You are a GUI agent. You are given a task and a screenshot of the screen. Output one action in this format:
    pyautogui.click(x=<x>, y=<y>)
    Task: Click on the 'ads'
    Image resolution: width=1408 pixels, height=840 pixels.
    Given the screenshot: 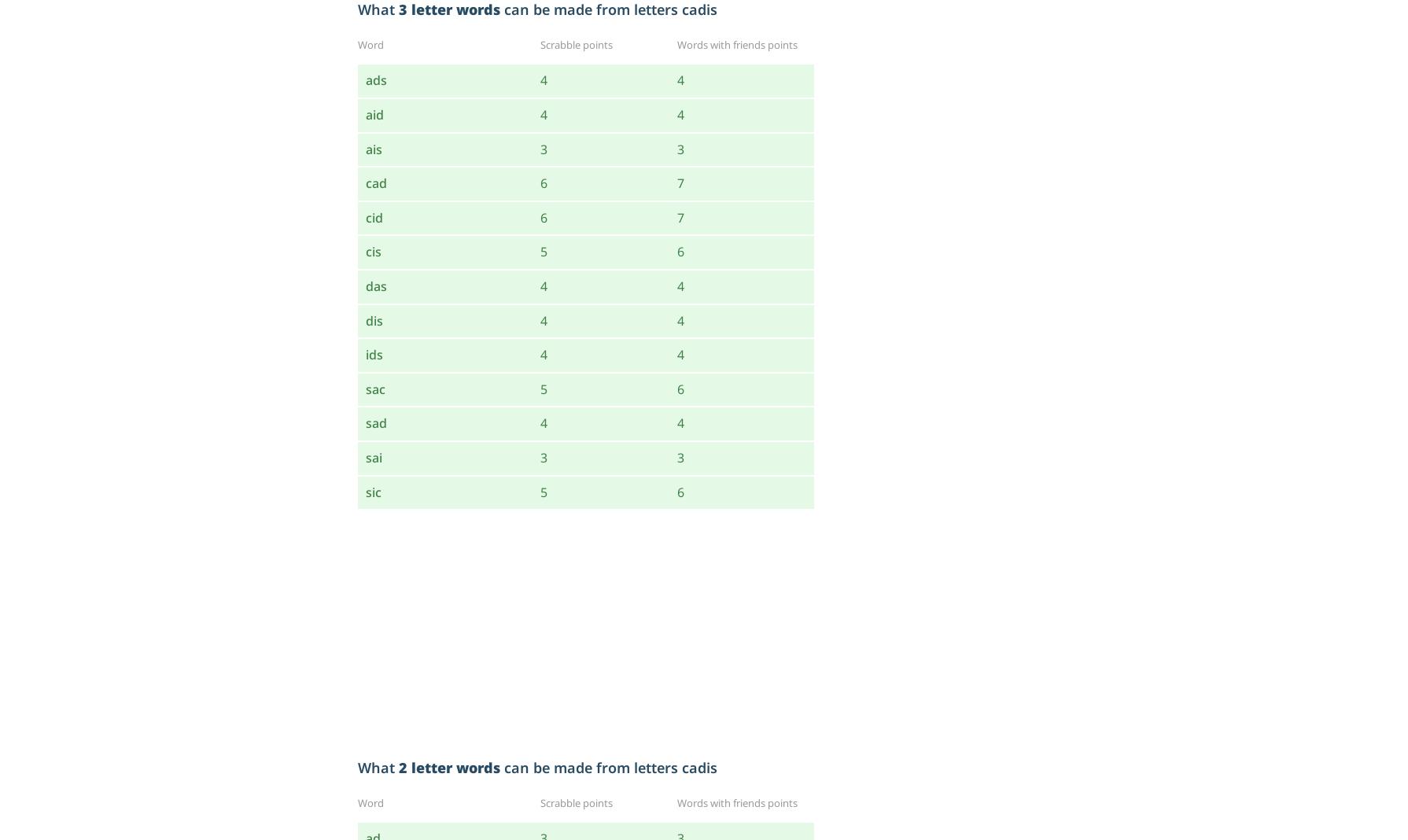 What is the action you would take?
    pyautogui.click(x=375, y=79)
    